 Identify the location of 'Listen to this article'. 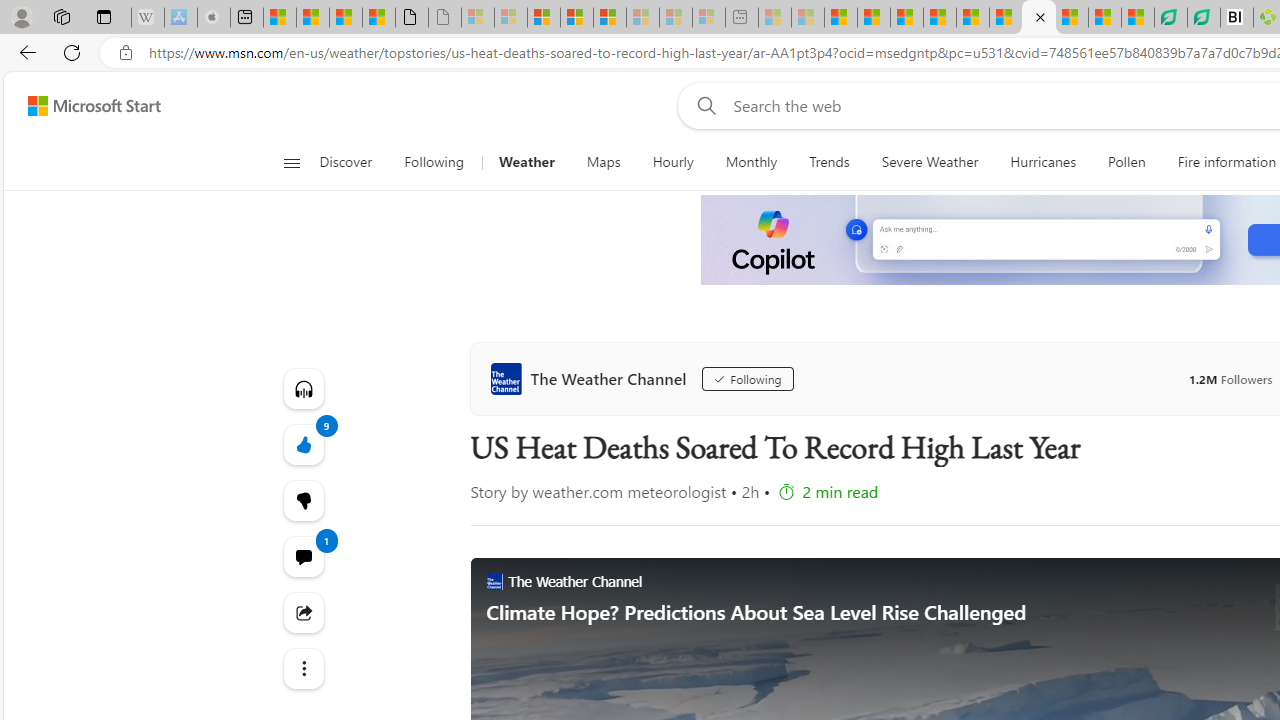
(302, 388).